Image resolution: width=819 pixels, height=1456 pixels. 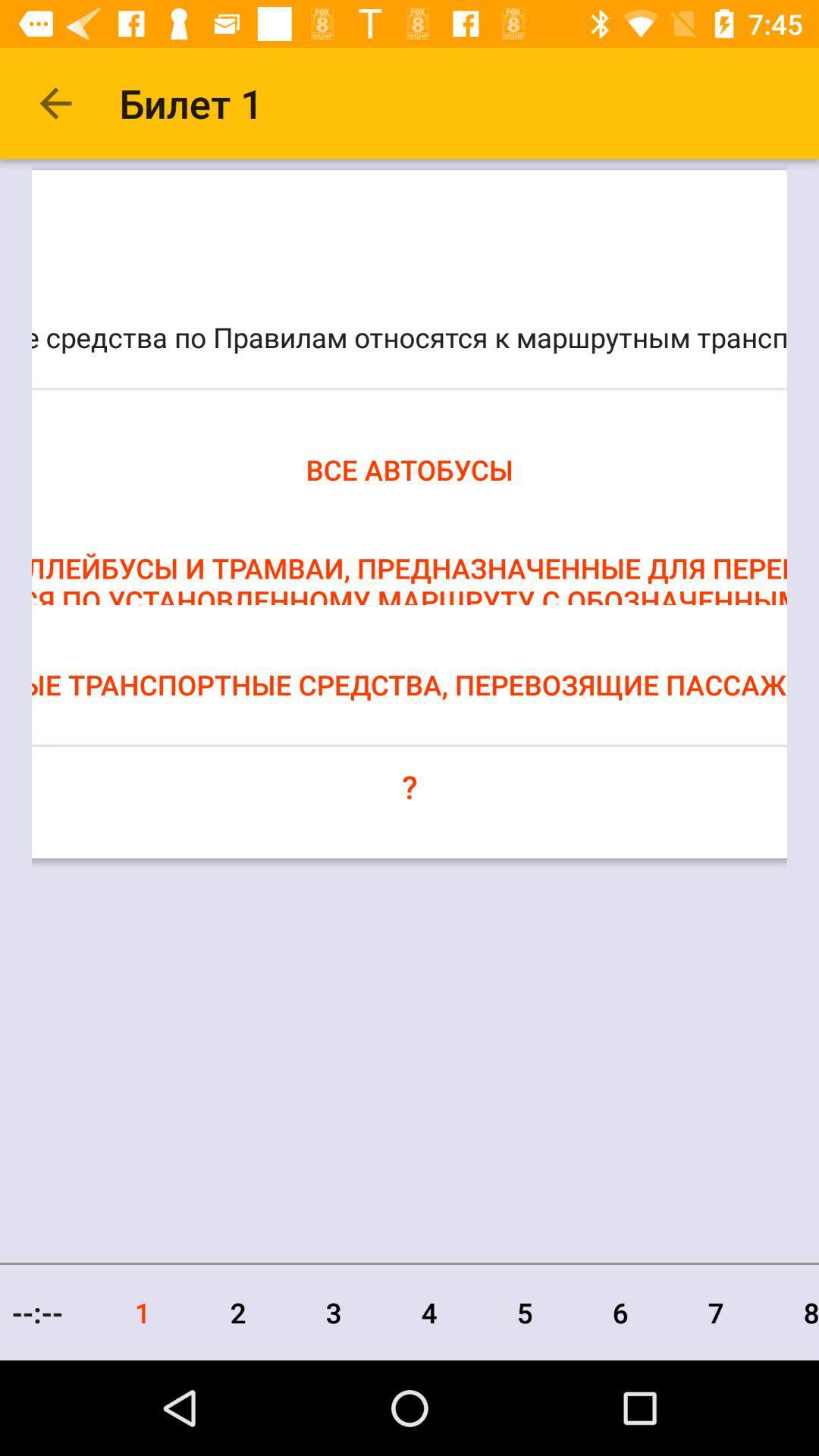 What do you see at coordinates (716, 1312) in the screenshot?
I see `the 7 item` at bounding box center [716, 1312].